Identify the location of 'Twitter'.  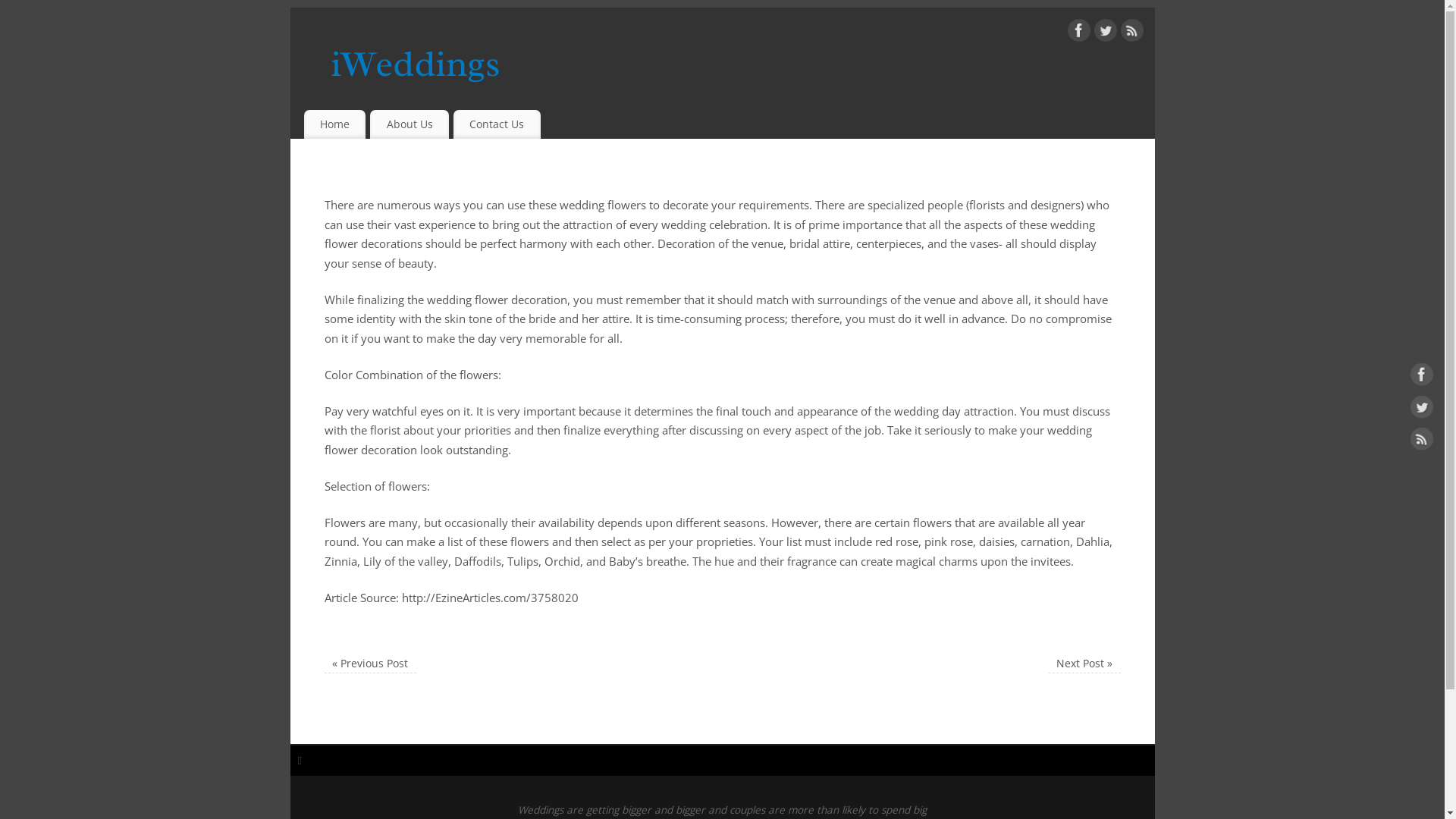
(1421, 409).